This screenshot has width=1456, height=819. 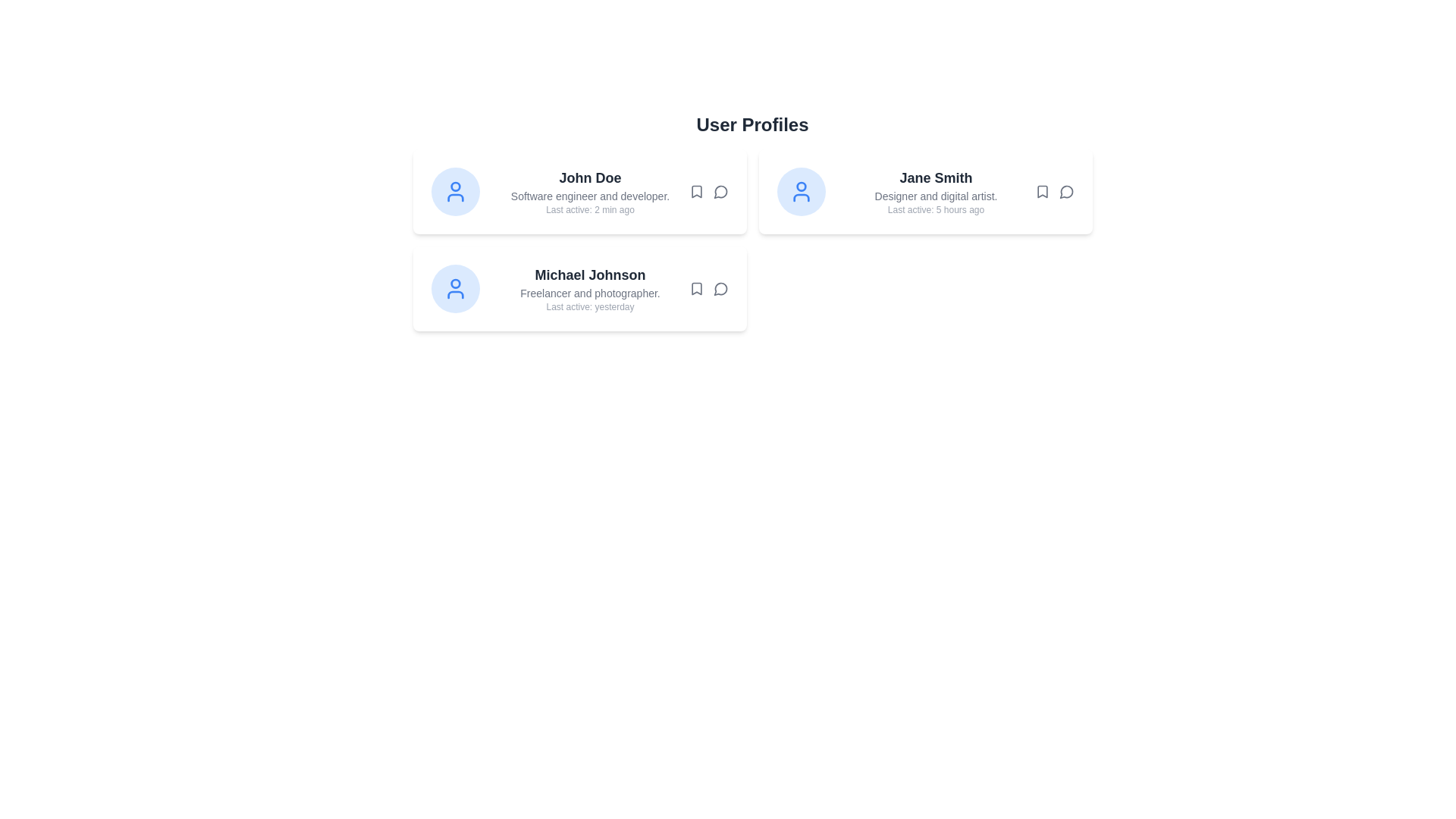 What do you see at coordinates (695, 191) in the screenshot?
I see `the bookmark icon, which is a small gray and blue minimalistic icon located within the card for 'John Doe', positioned to the right of their name and description` at bounding box center [695, 191].